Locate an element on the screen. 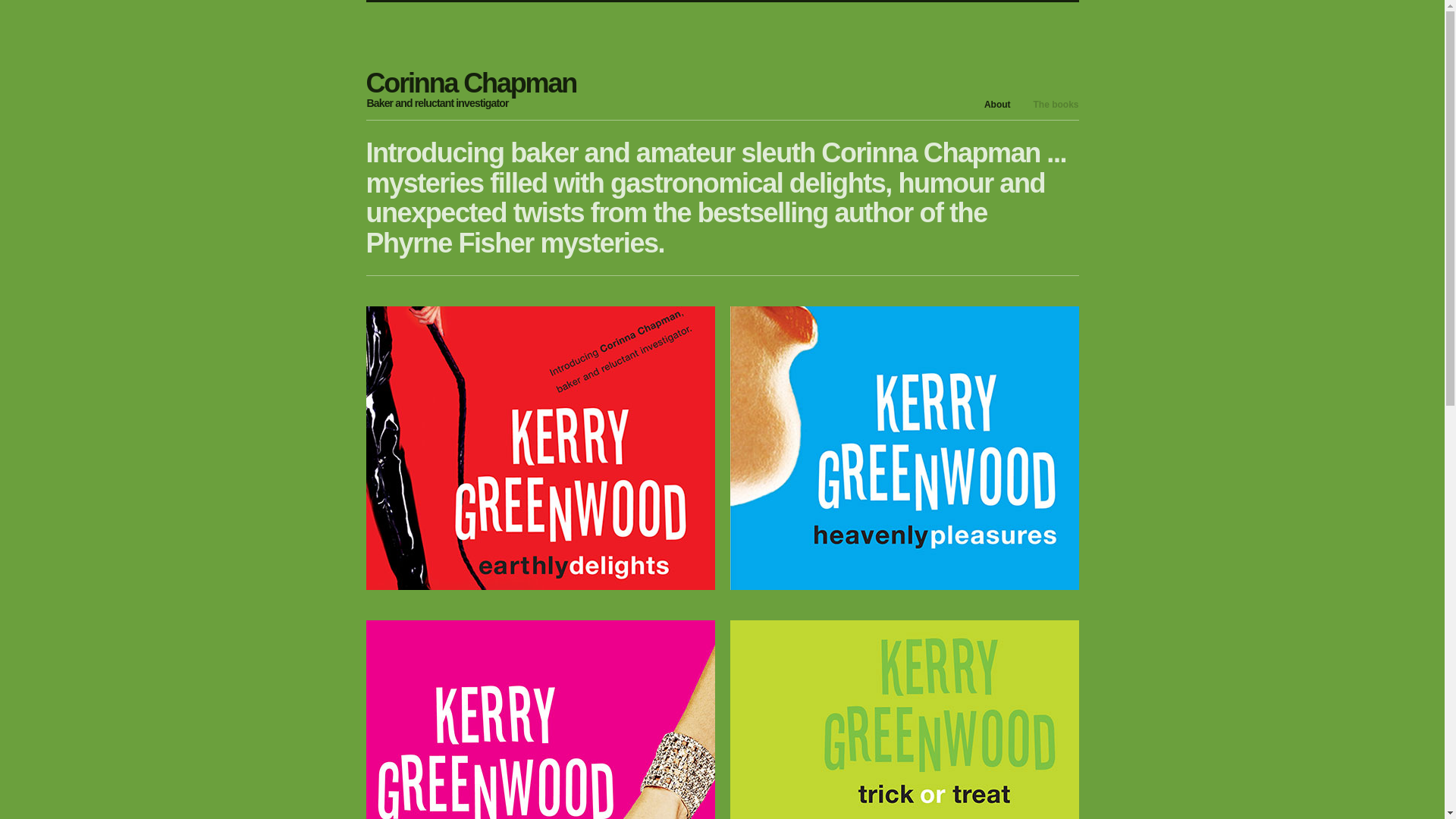 This screenshot has width=1456, height=819. 'The books' is located at coordinates (1055, 104).